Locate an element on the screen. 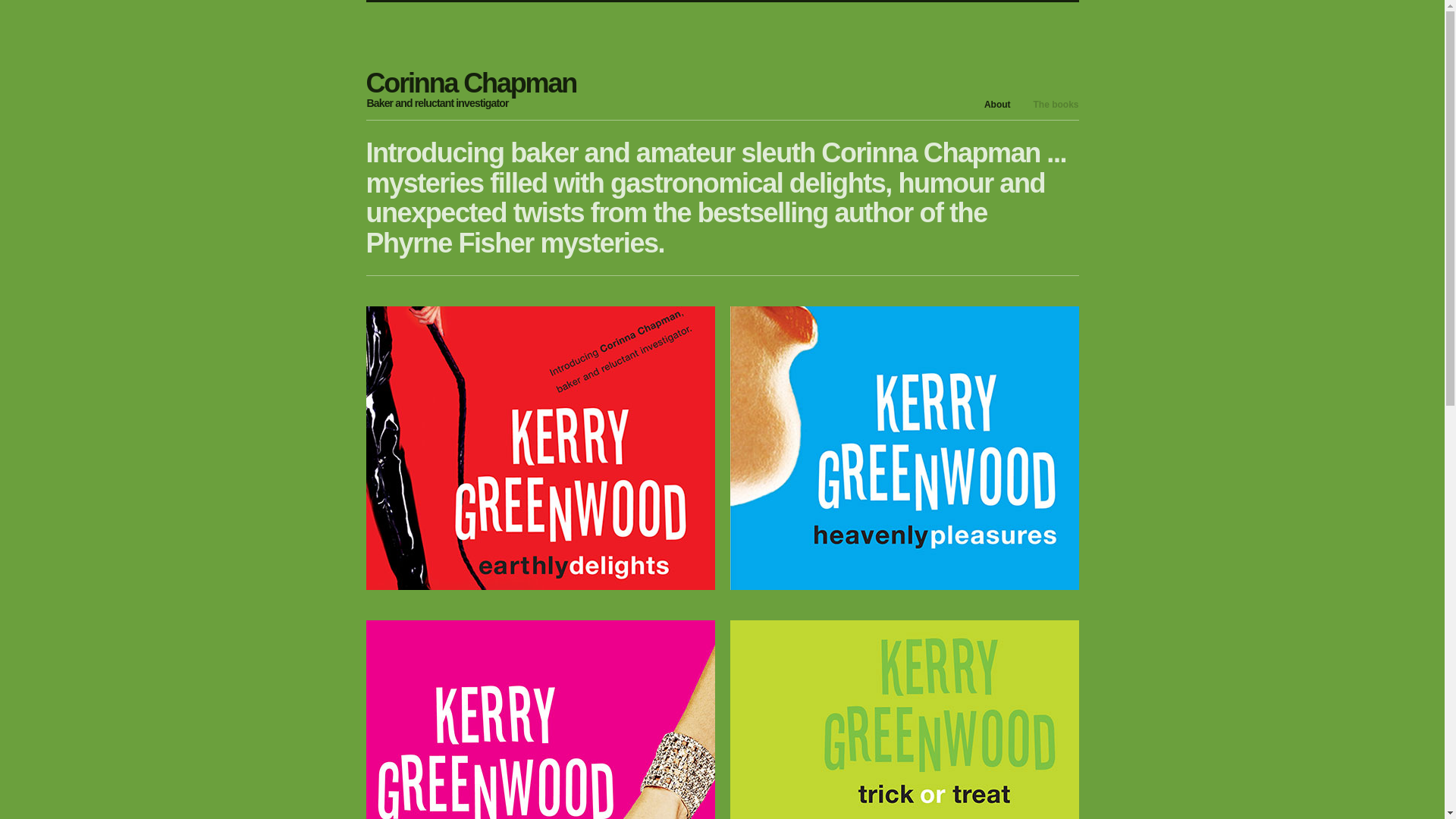 This screenshot has width=1456, height=819. 'The books' is located at coordinates (1055, 104).